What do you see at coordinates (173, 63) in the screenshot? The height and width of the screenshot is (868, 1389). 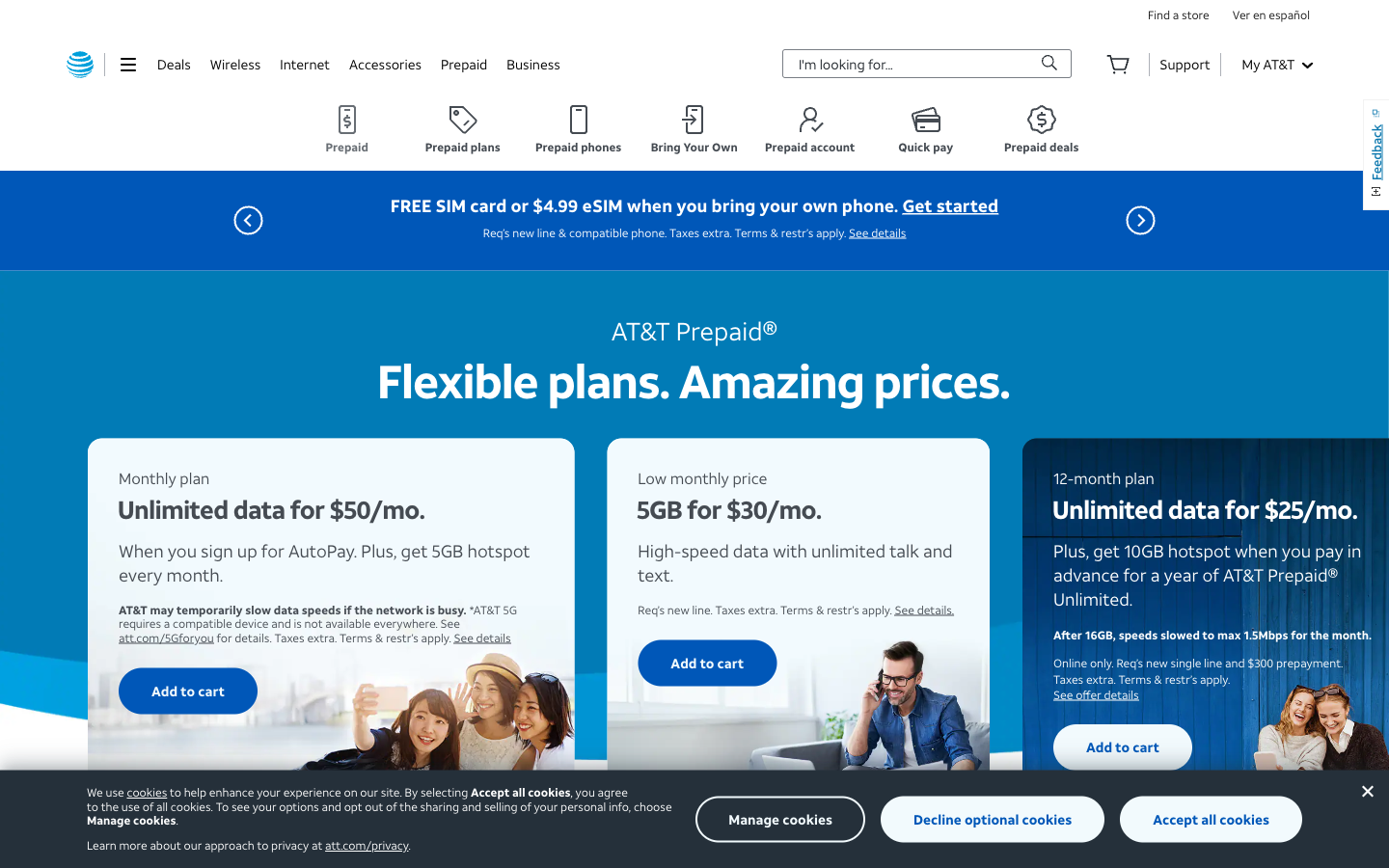 I see `offers page` at bounding box center [173, 63].